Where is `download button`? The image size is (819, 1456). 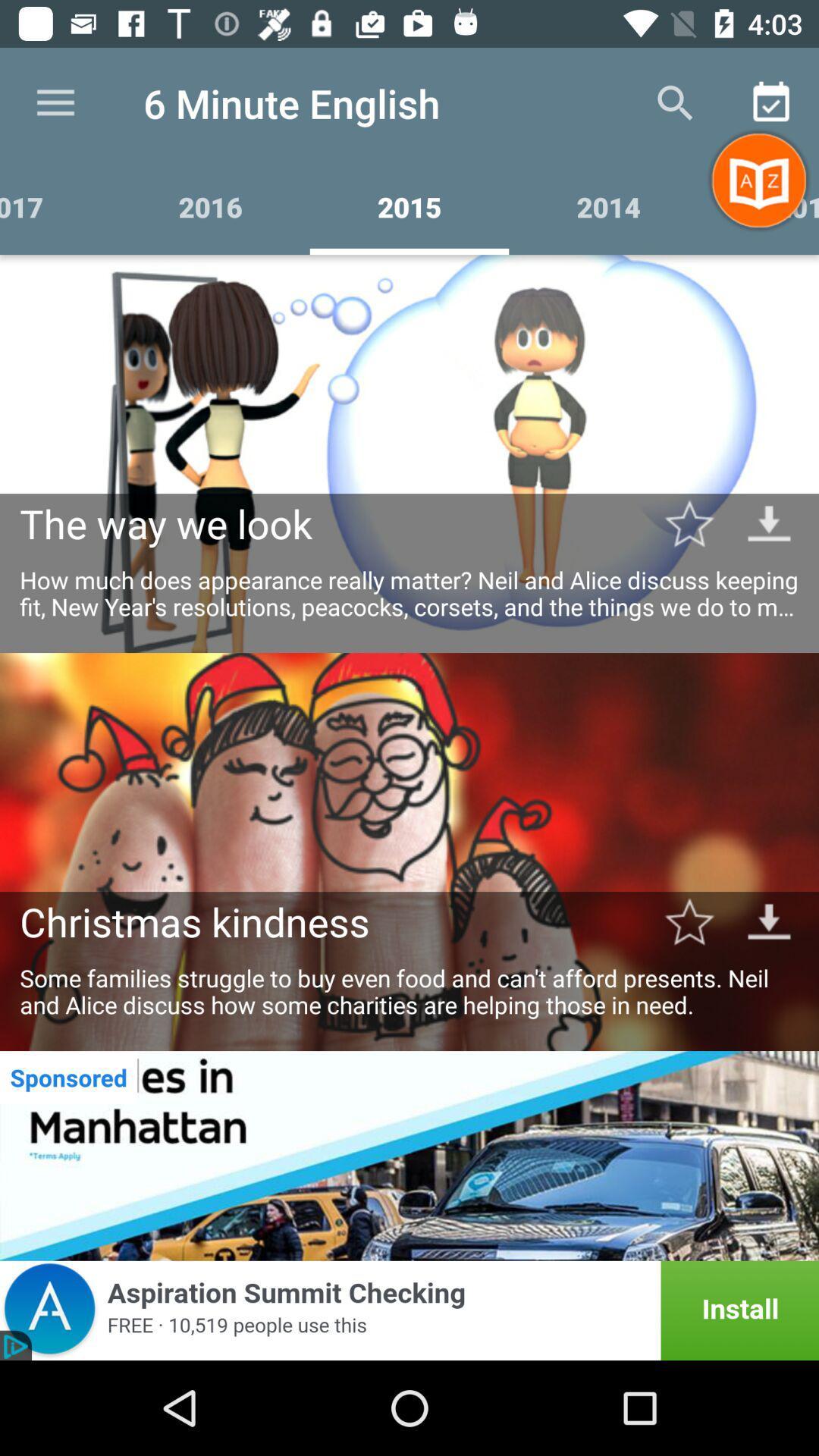
download button is located at coordinates (769, 523).